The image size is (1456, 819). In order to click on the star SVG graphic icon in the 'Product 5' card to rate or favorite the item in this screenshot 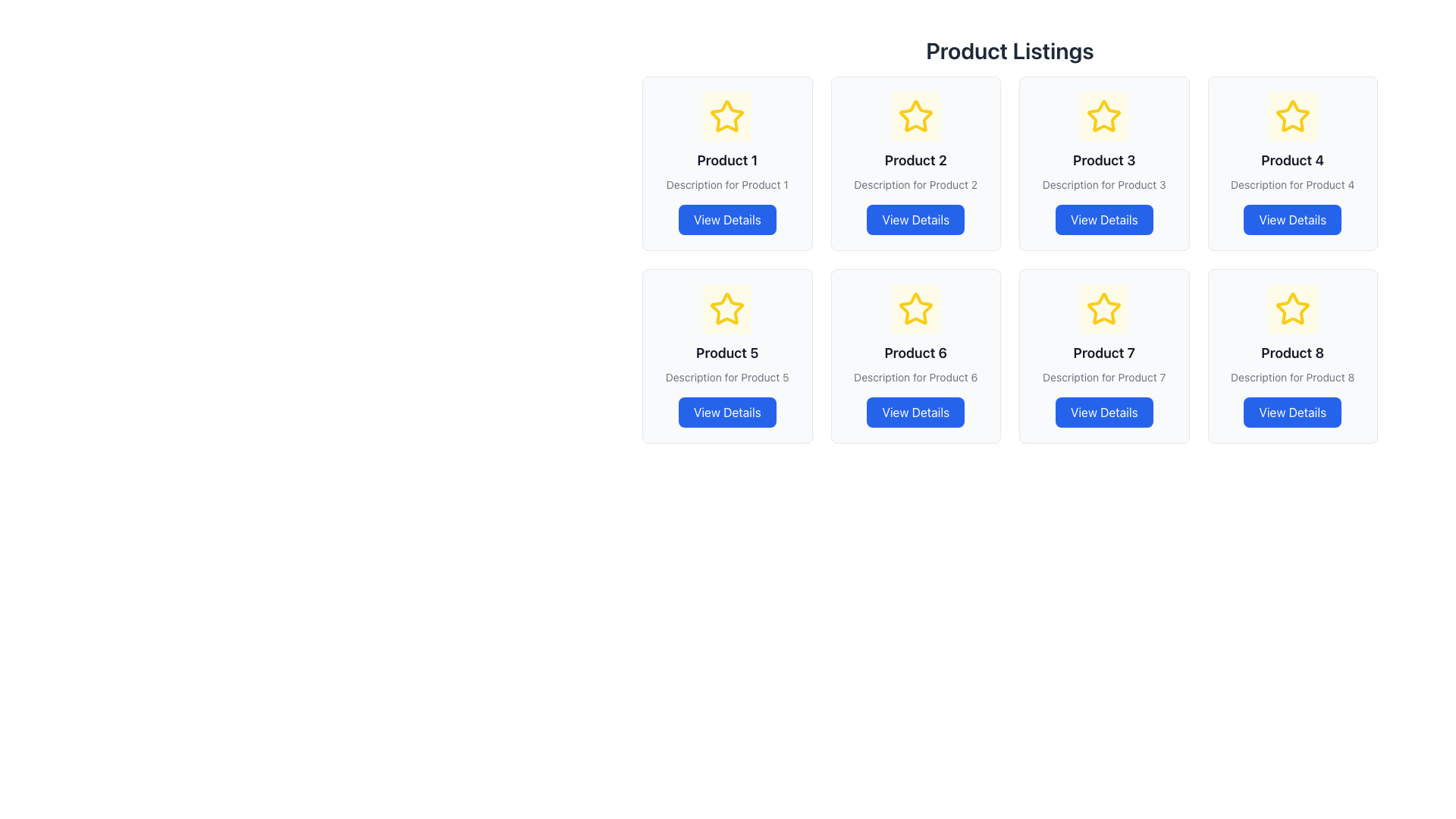, I will do `click(726, 309)`.